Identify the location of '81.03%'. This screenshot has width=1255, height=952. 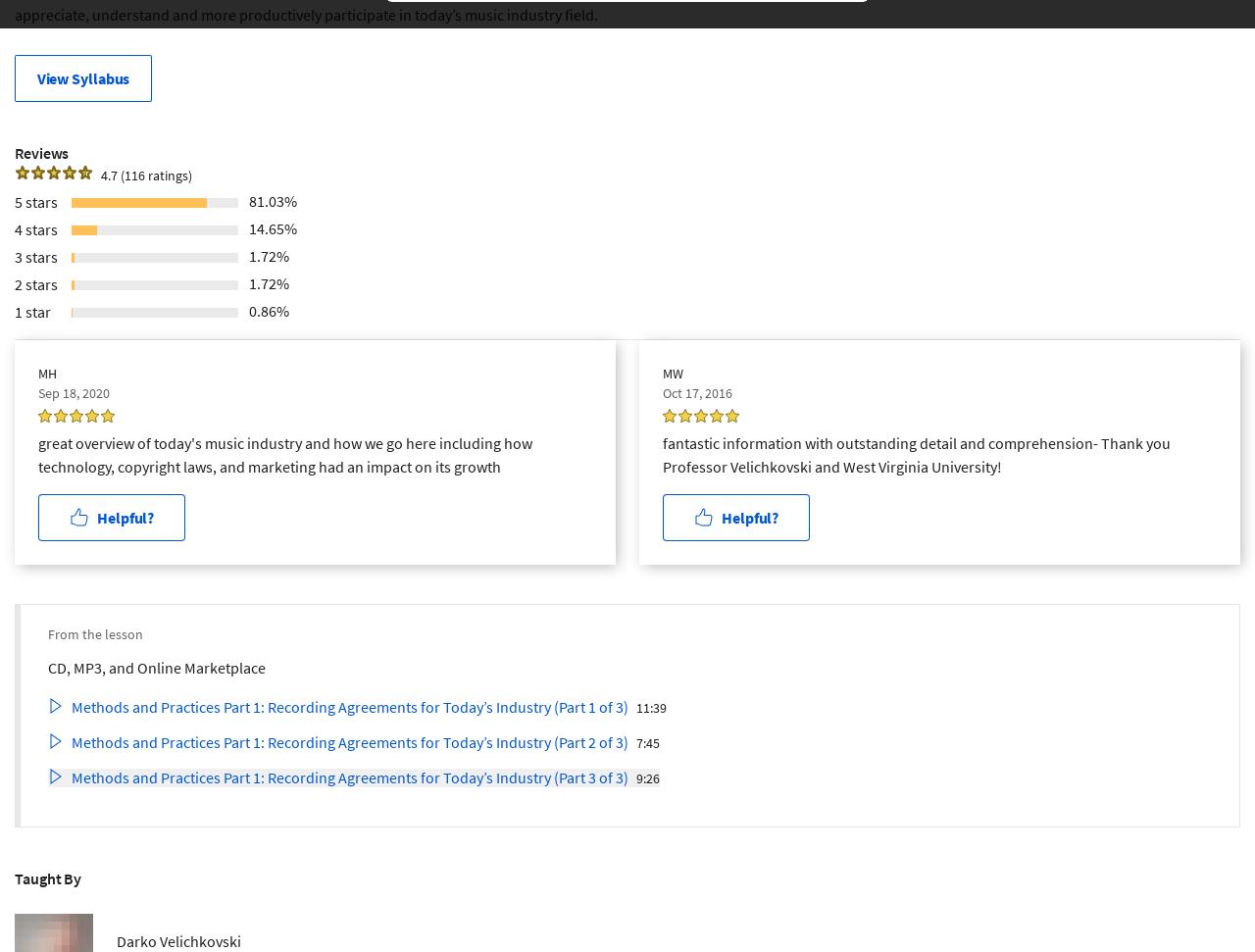
(272, 199).